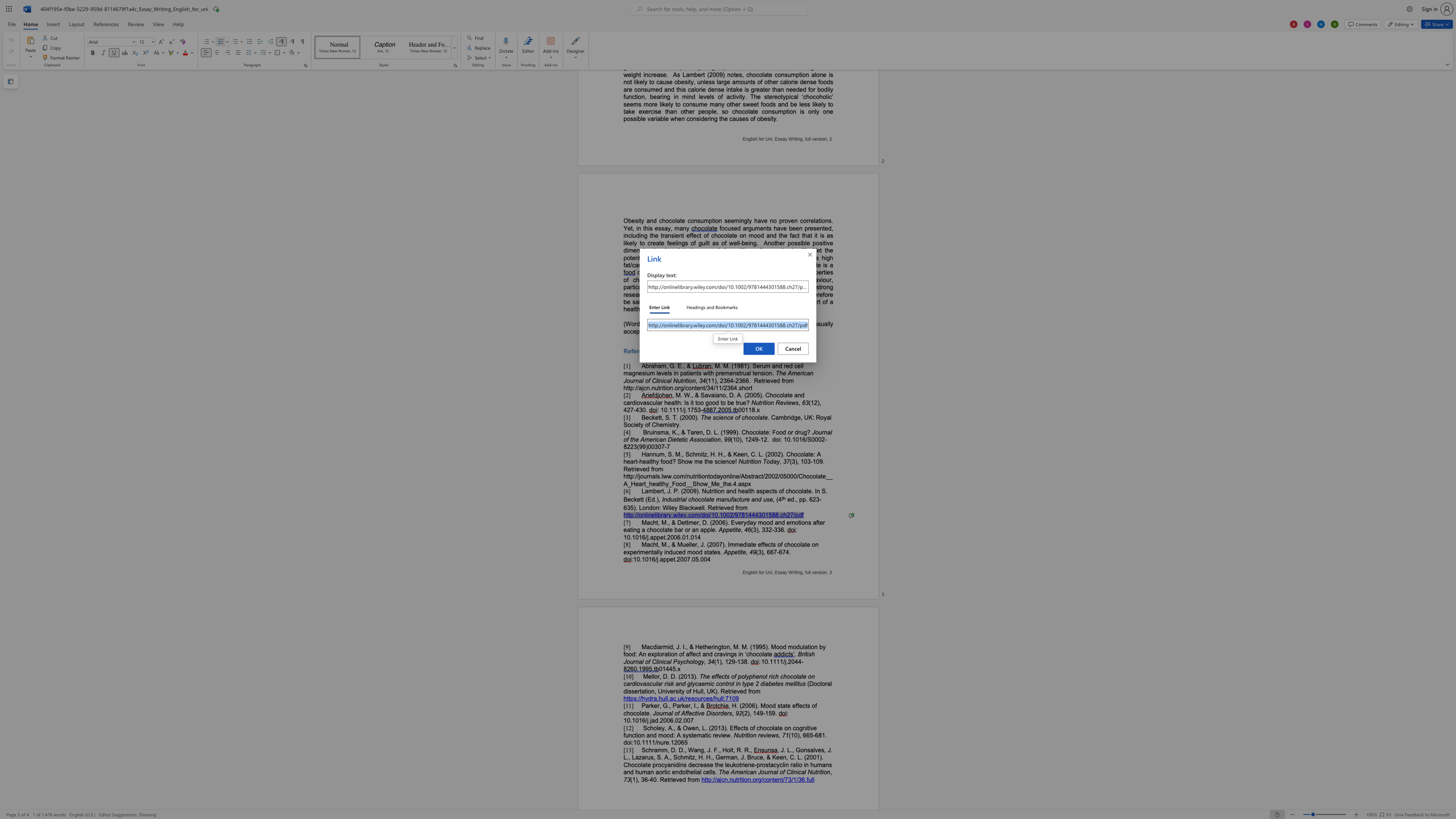 Image resolution: width=1456 pixels, height=819 pixels. I want to click on the 1th character "a" in the text, so click(775, 727).